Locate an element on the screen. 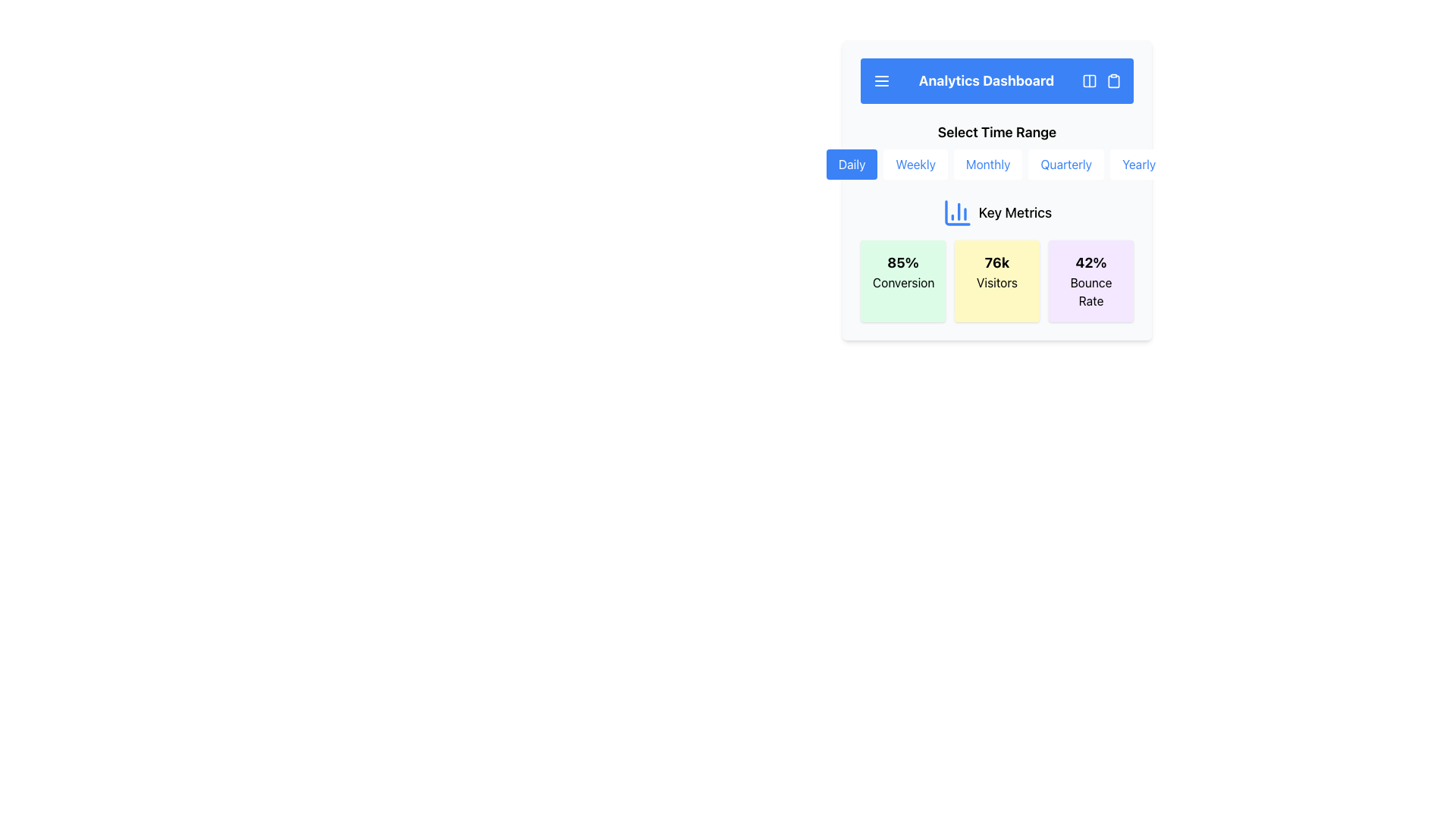  the Text label that describes the metric 'Conversion', located below the numerical value '85%' within the green rectangular card in the top-left area of the metrics section is located at coordinates (902, 283).